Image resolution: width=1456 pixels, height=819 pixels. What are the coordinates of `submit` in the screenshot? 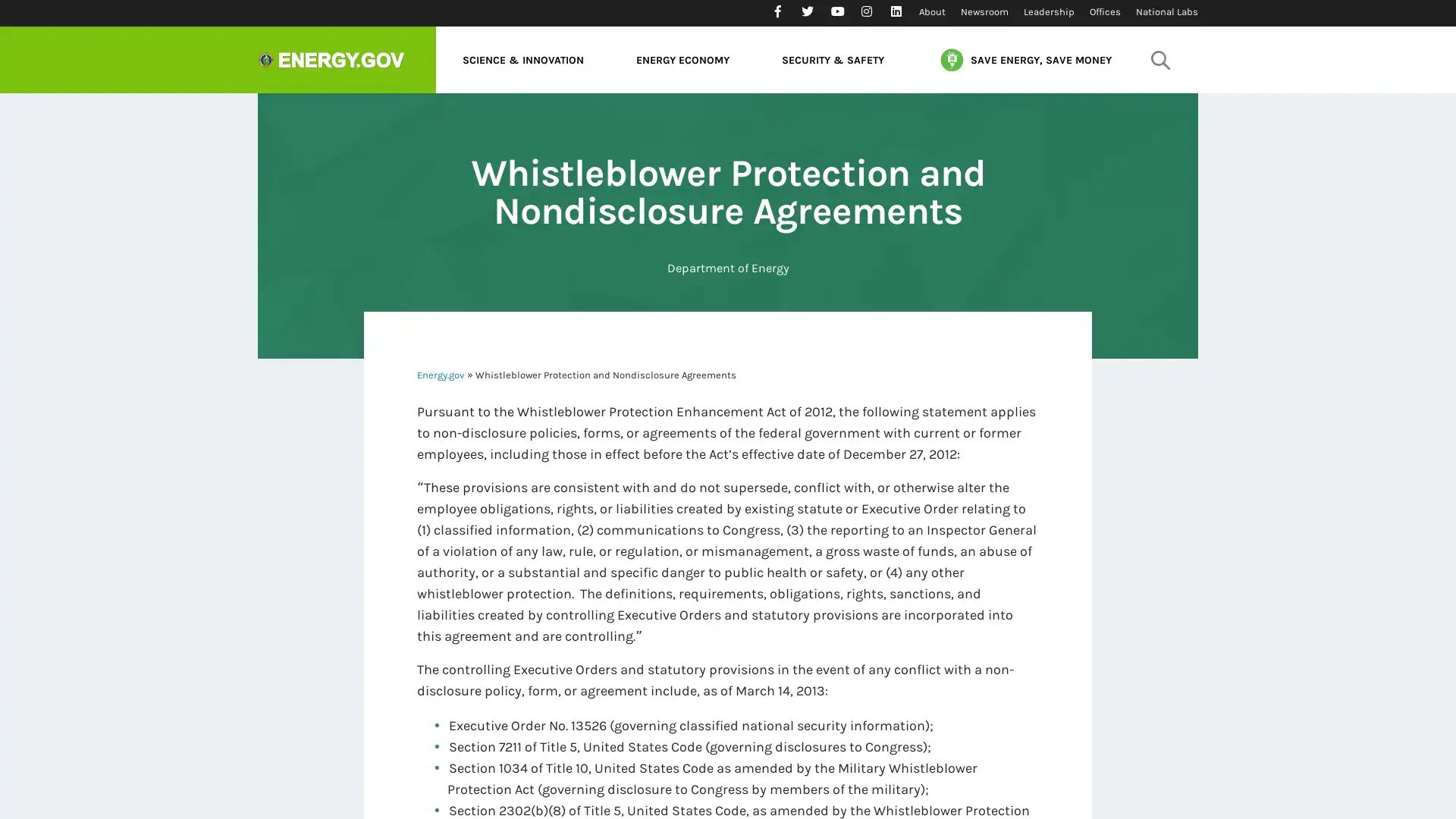 It's located at (1159, 58).